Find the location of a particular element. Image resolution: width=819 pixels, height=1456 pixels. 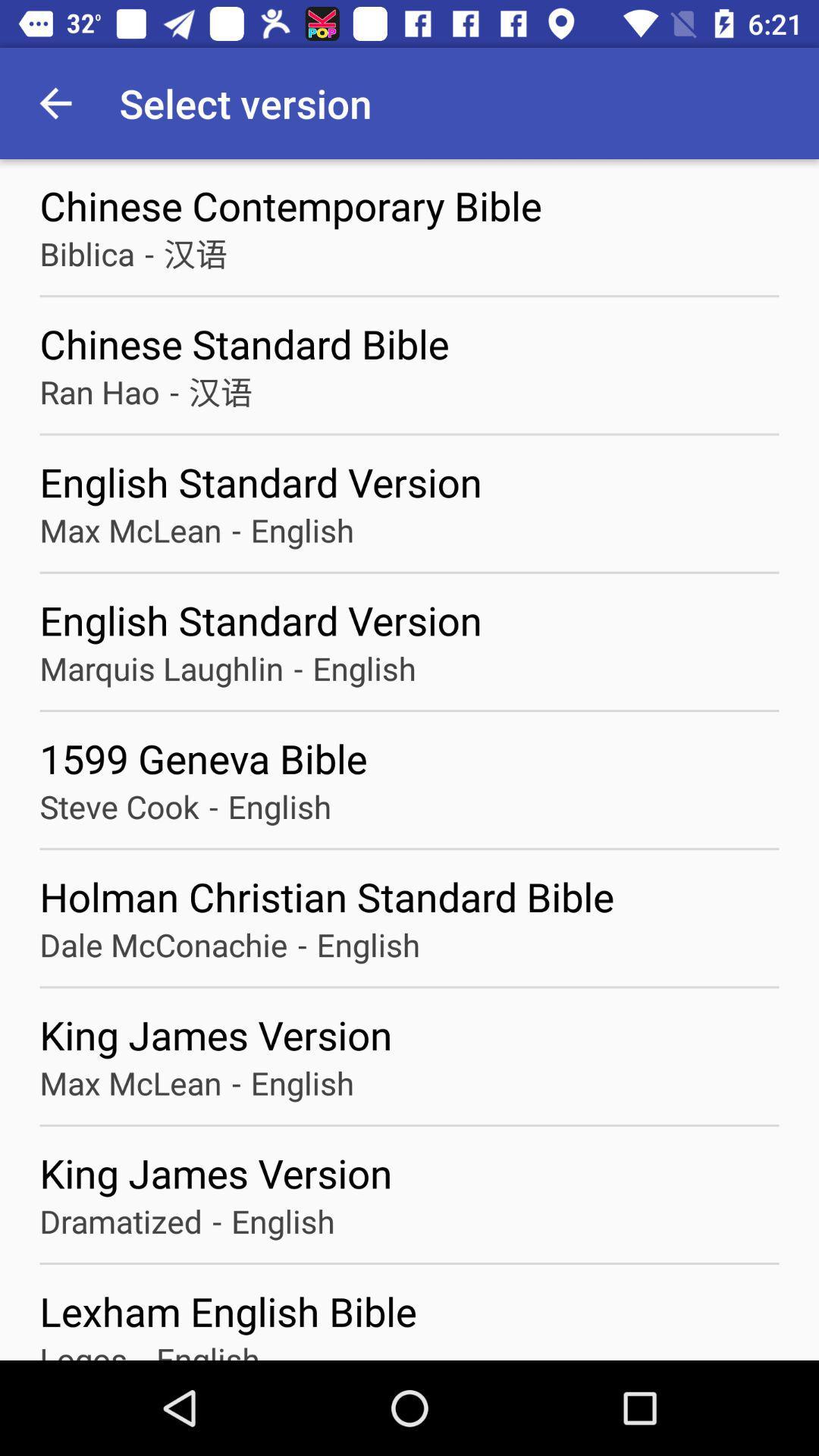

item below lexham english bible item is located at coordinates (83, 1349).